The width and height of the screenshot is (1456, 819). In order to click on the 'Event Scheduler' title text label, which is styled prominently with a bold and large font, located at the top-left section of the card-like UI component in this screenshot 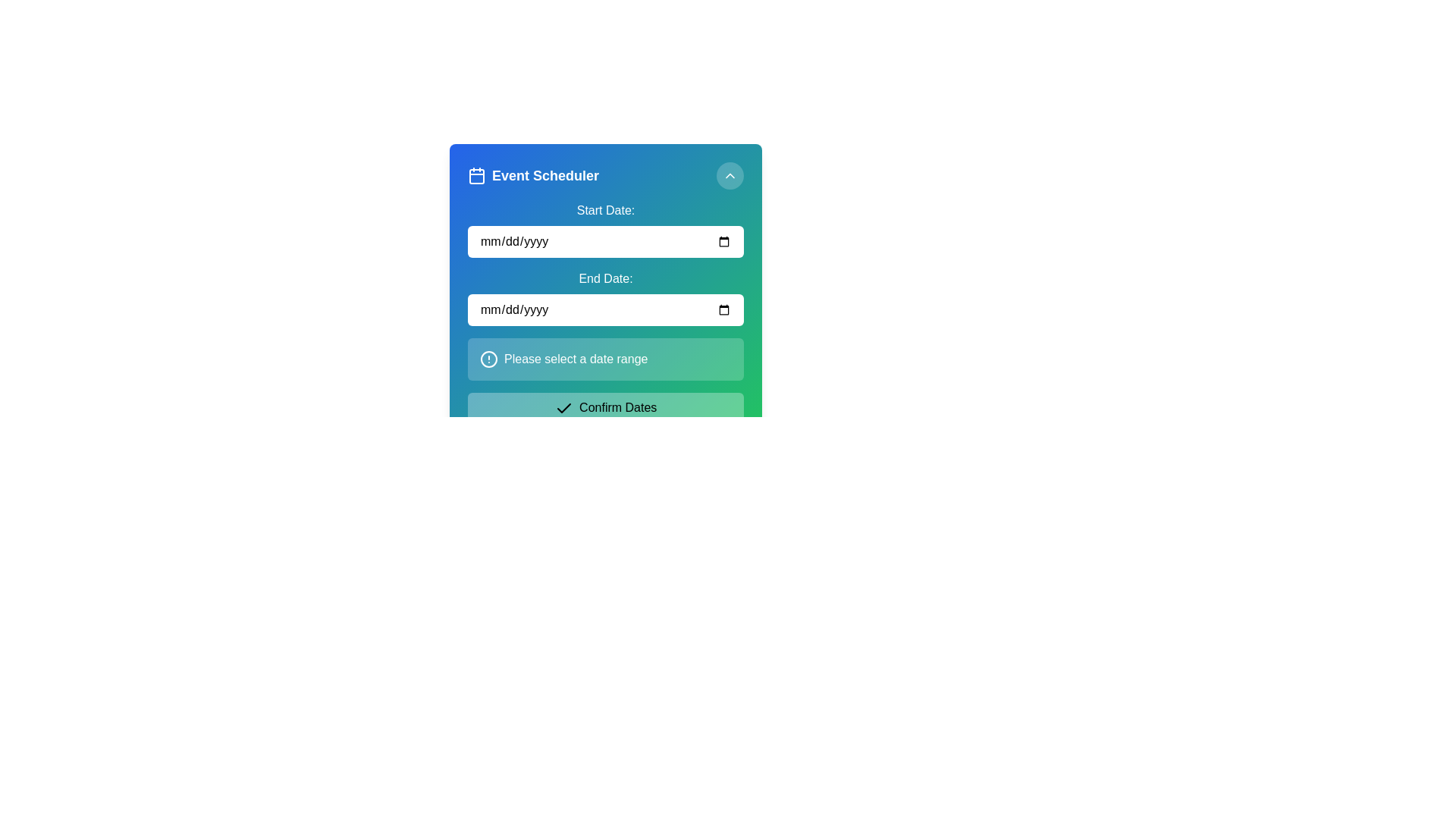, I will do `click(533, 174)`.